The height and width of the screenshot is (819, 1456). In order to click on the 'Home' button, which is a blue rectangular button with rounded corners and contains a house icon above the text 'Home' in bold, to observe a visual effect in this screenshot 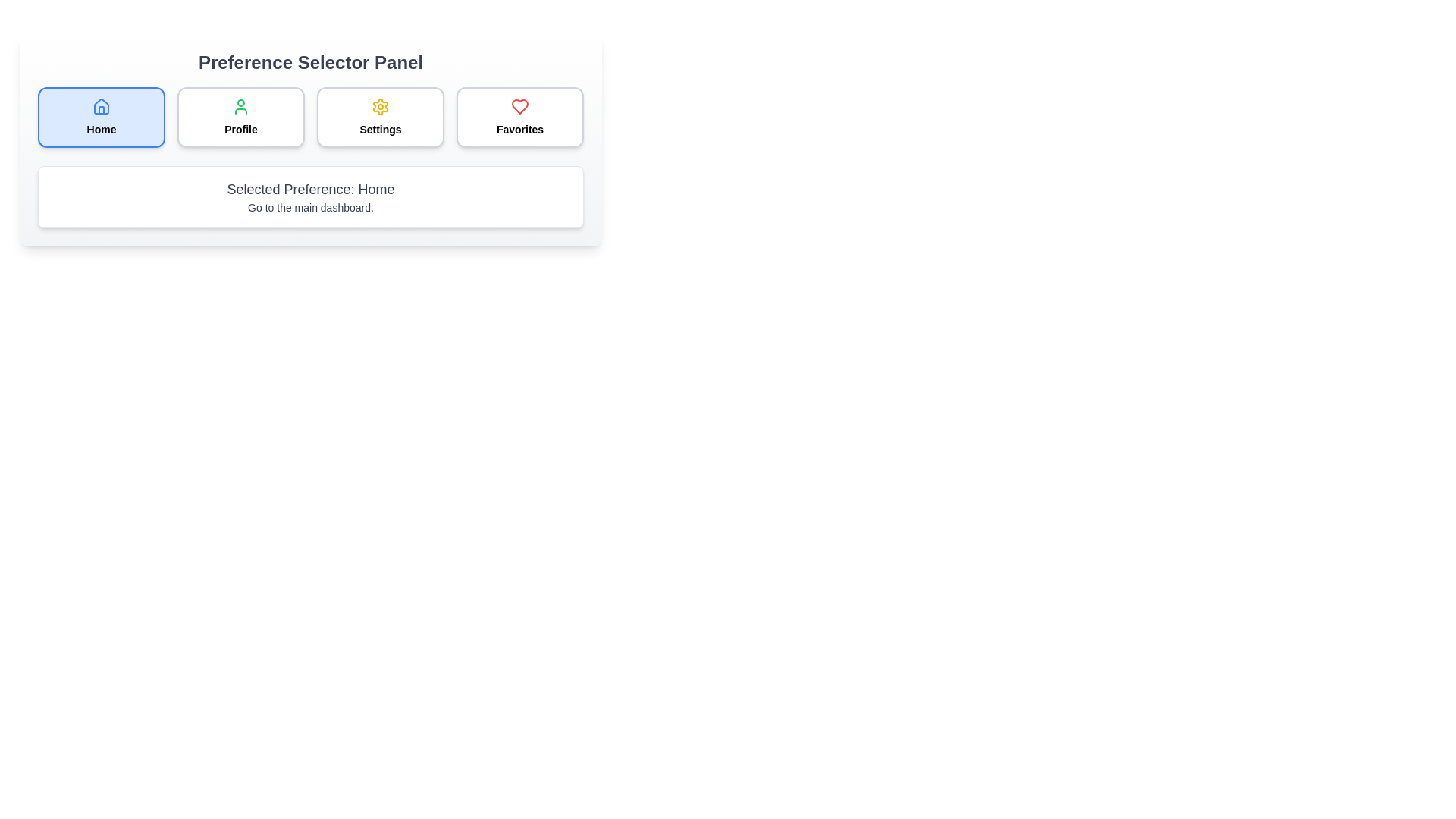, I will do `click(101, 116)`.